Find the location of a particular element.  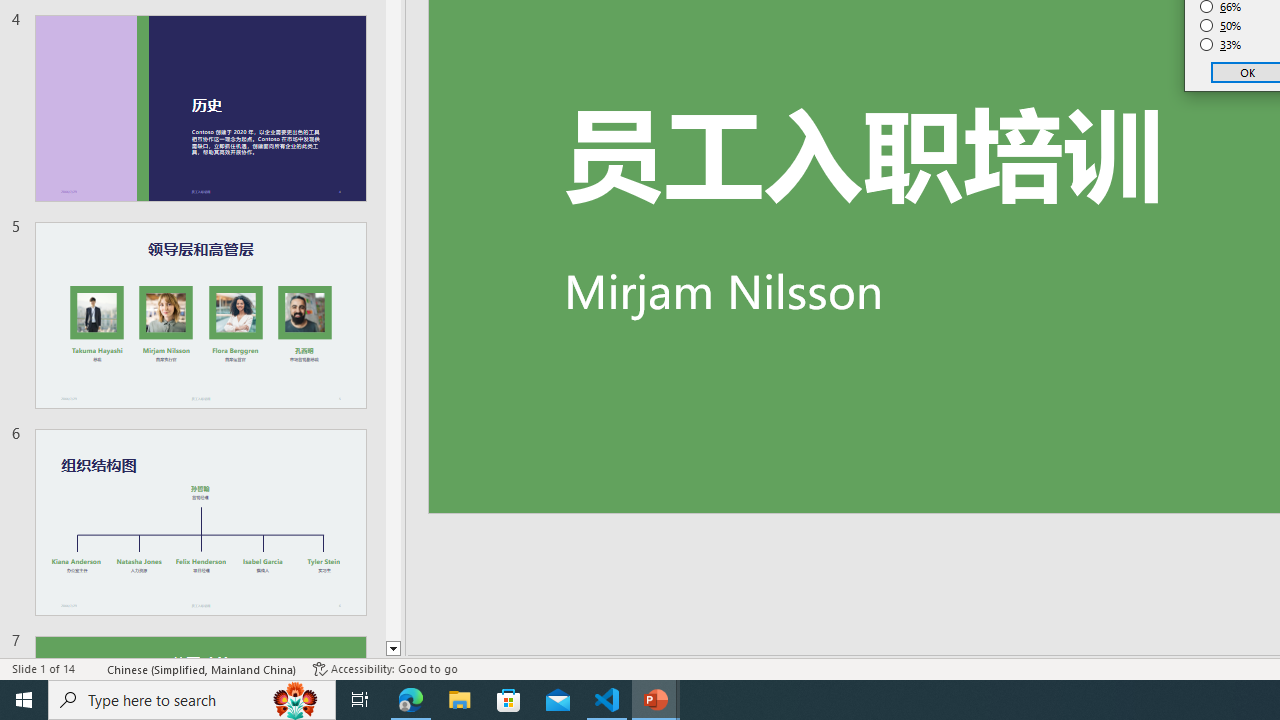

'Accessibility Checker Accessibility: Good to go' is located at coordinates (385, 669).